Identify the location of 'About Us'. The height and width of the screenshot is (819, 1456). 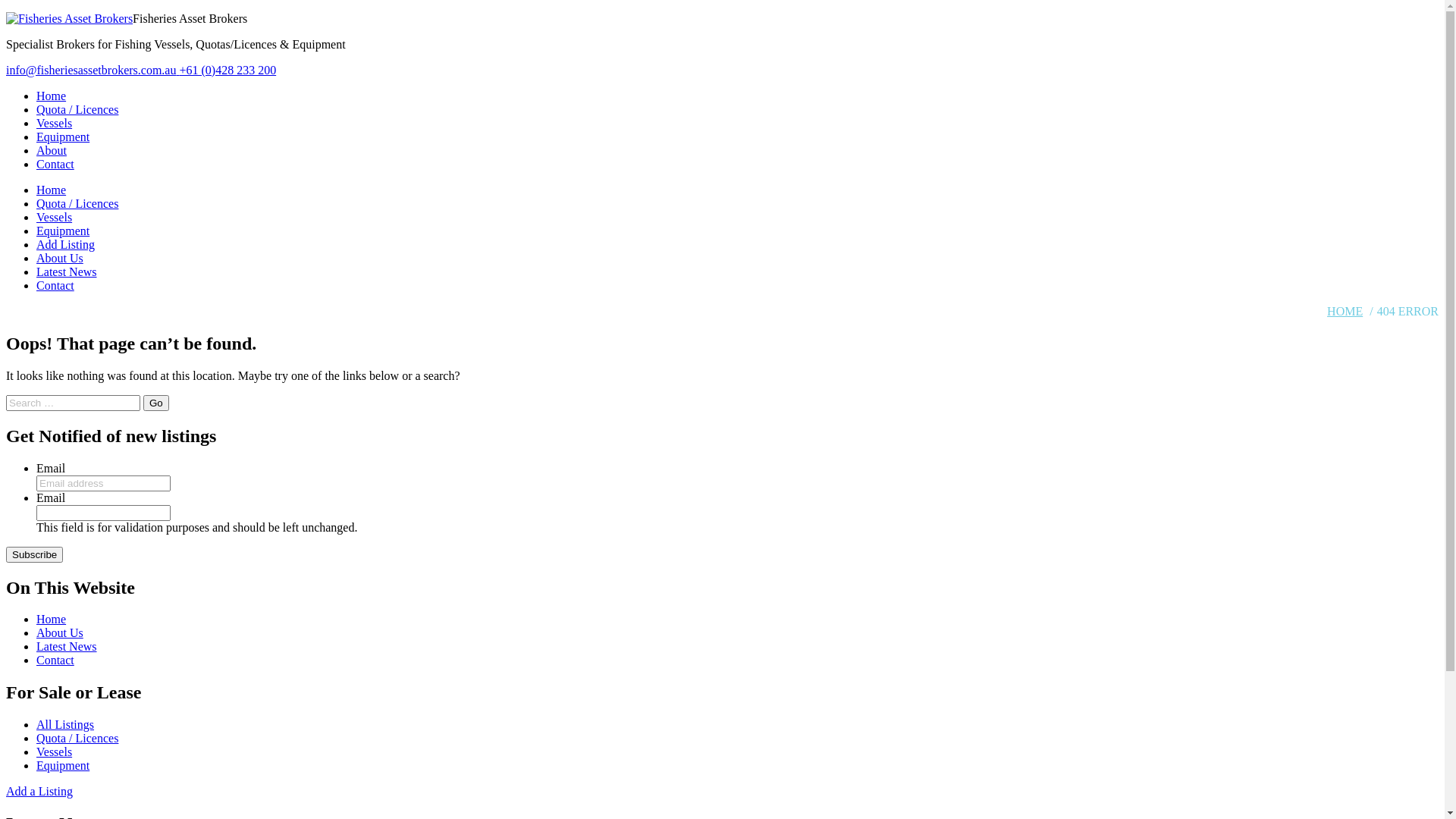
(59, 257).